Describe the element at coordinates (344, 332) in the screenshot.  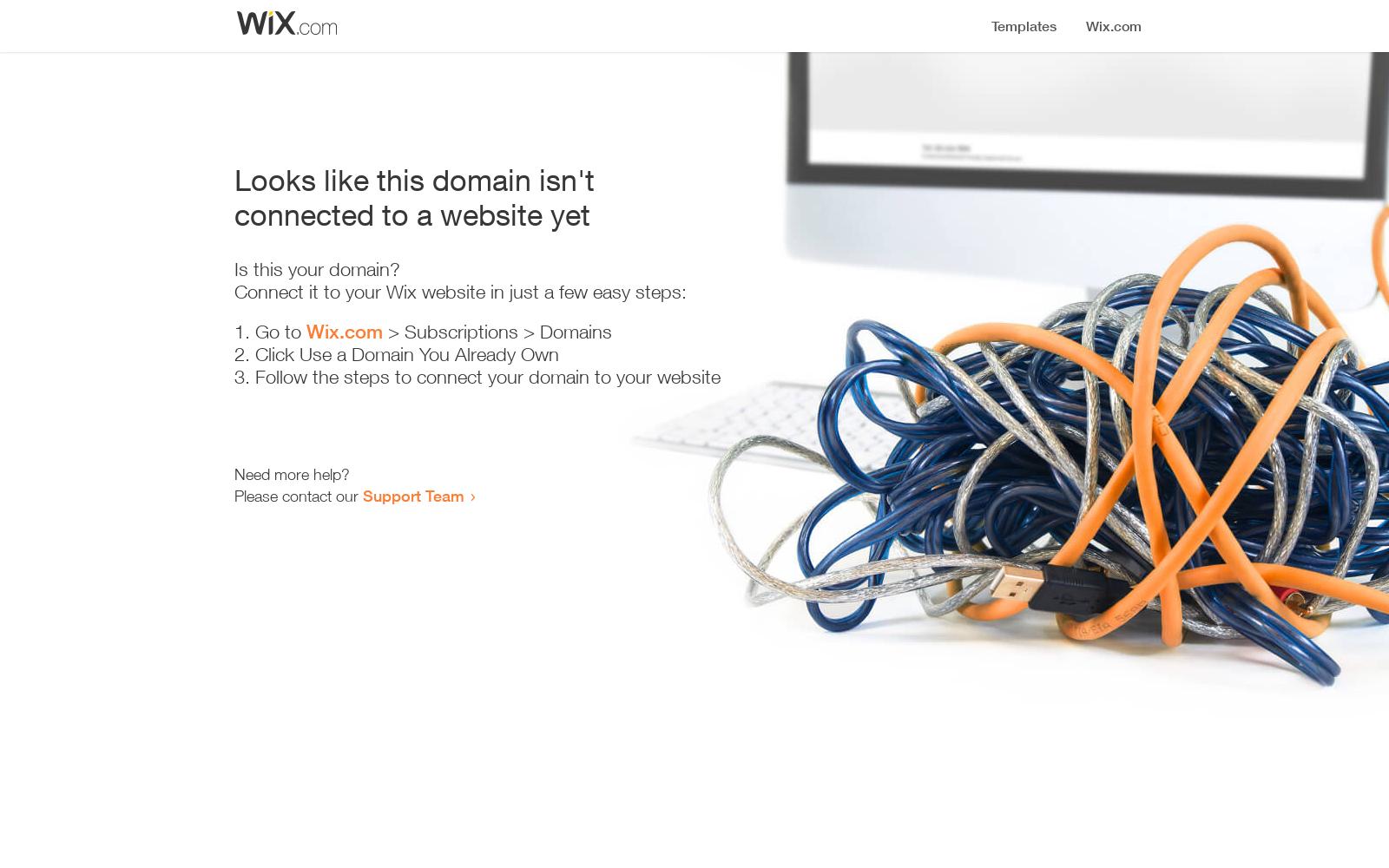
I see `'Wix.com'` at that location.